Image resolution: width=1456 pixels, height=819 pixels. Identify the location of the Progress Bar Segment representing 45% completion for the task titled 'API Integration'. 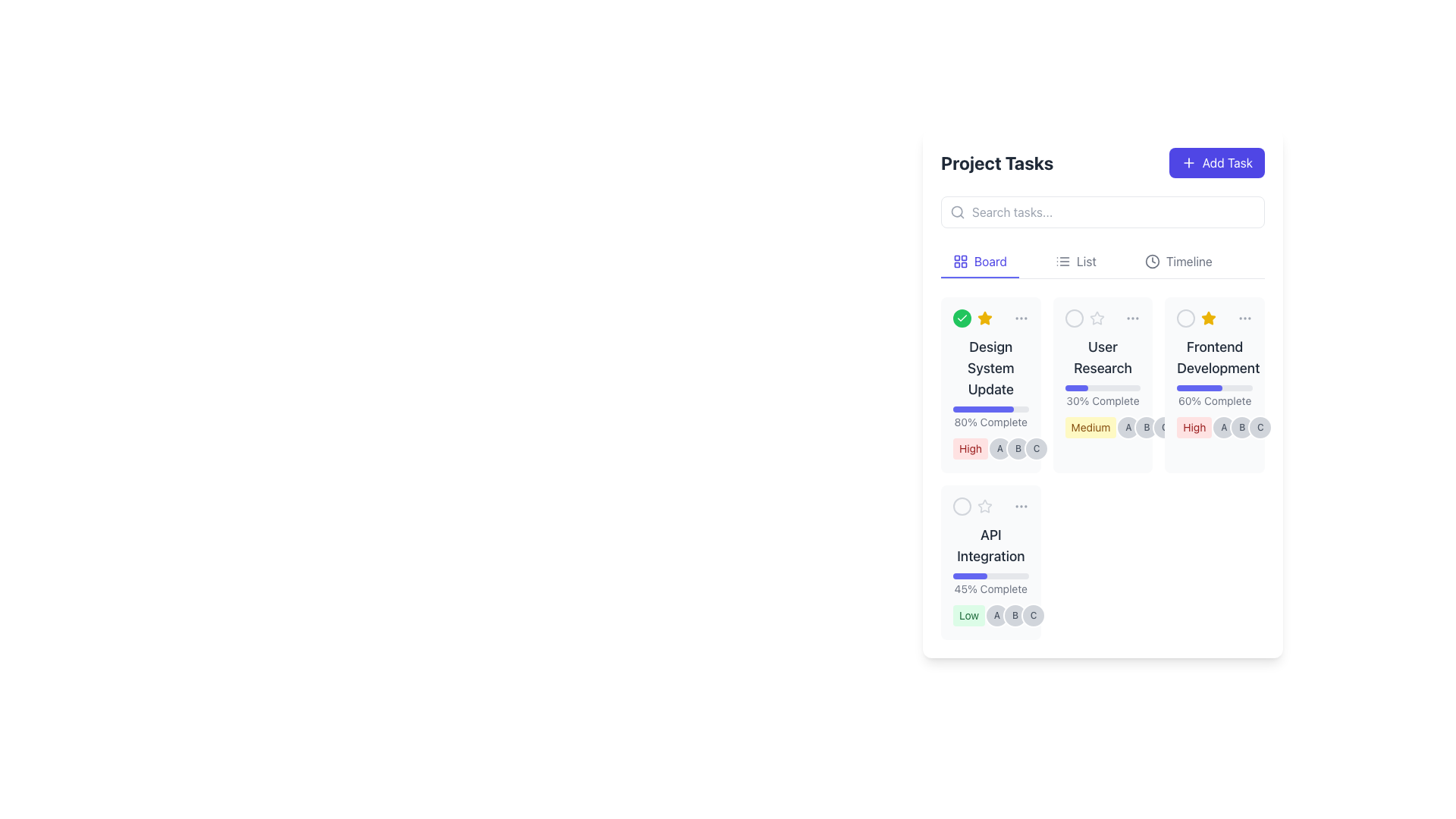
(969, 576).